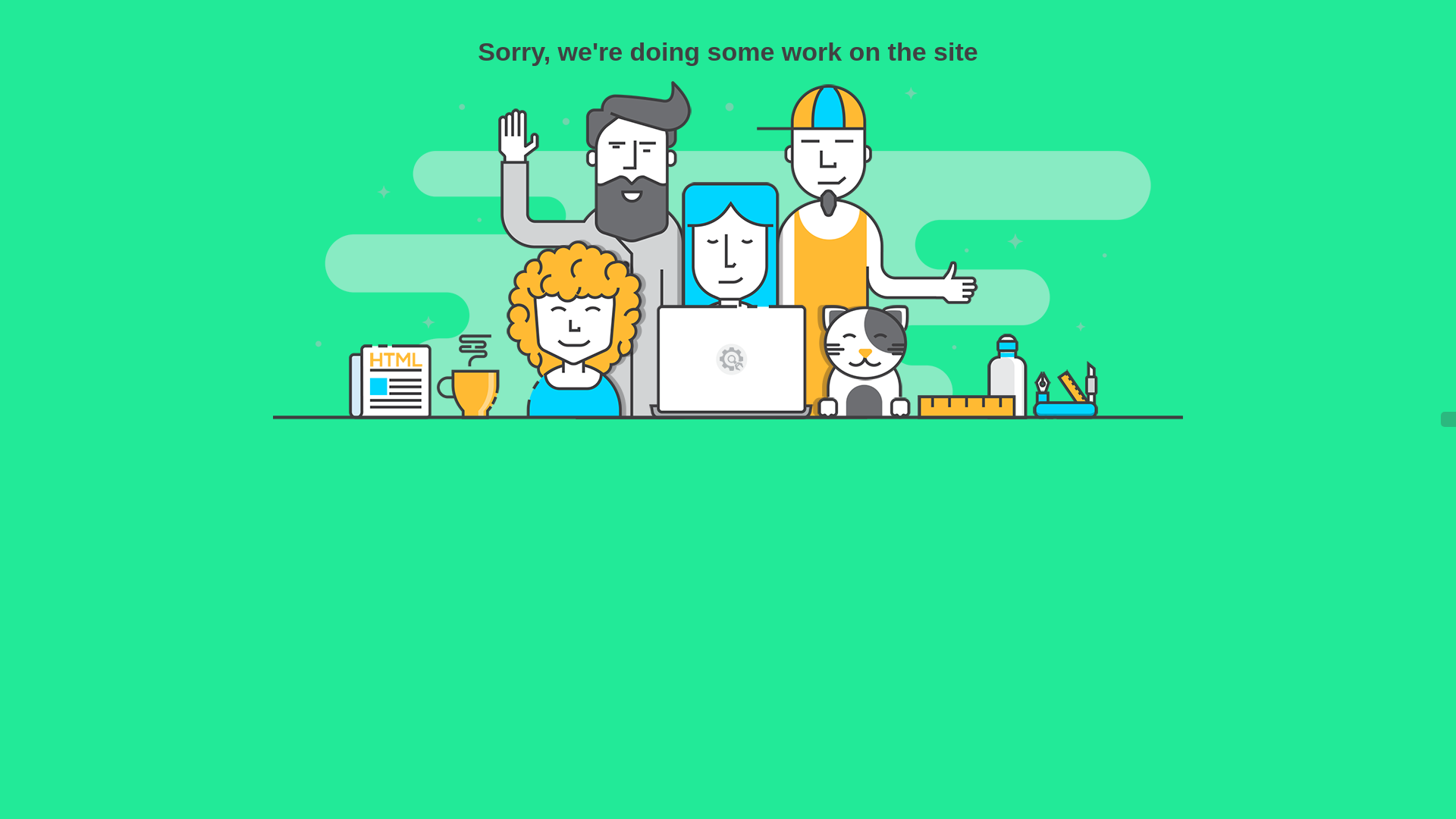 The width and height of the screenshot is (1456, 819). What do you see at coordinates (728, 249) in the screenshot?
I see `'Our Best People at Work'` at bounding box center [728, 249].